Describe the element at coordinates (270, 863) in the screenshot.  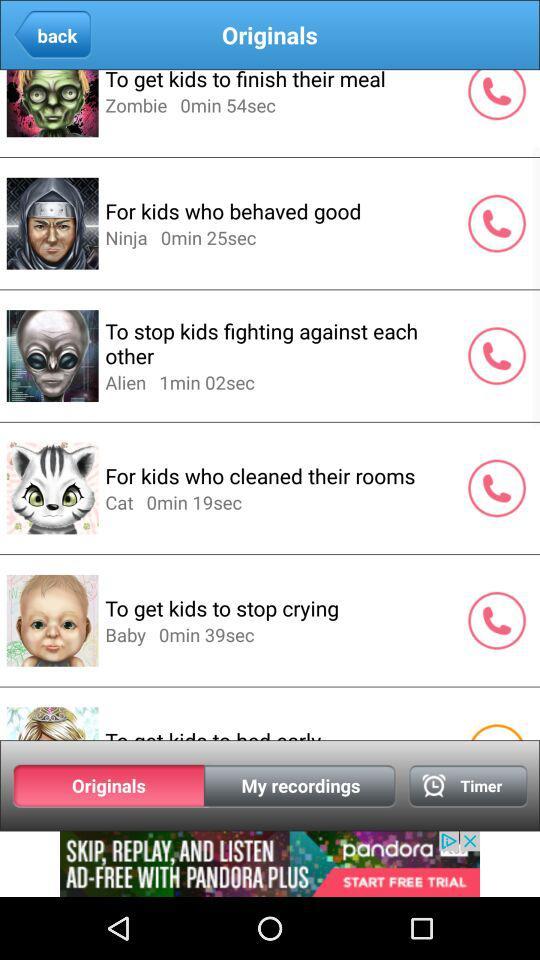
I see `advertisement banner` at that location.